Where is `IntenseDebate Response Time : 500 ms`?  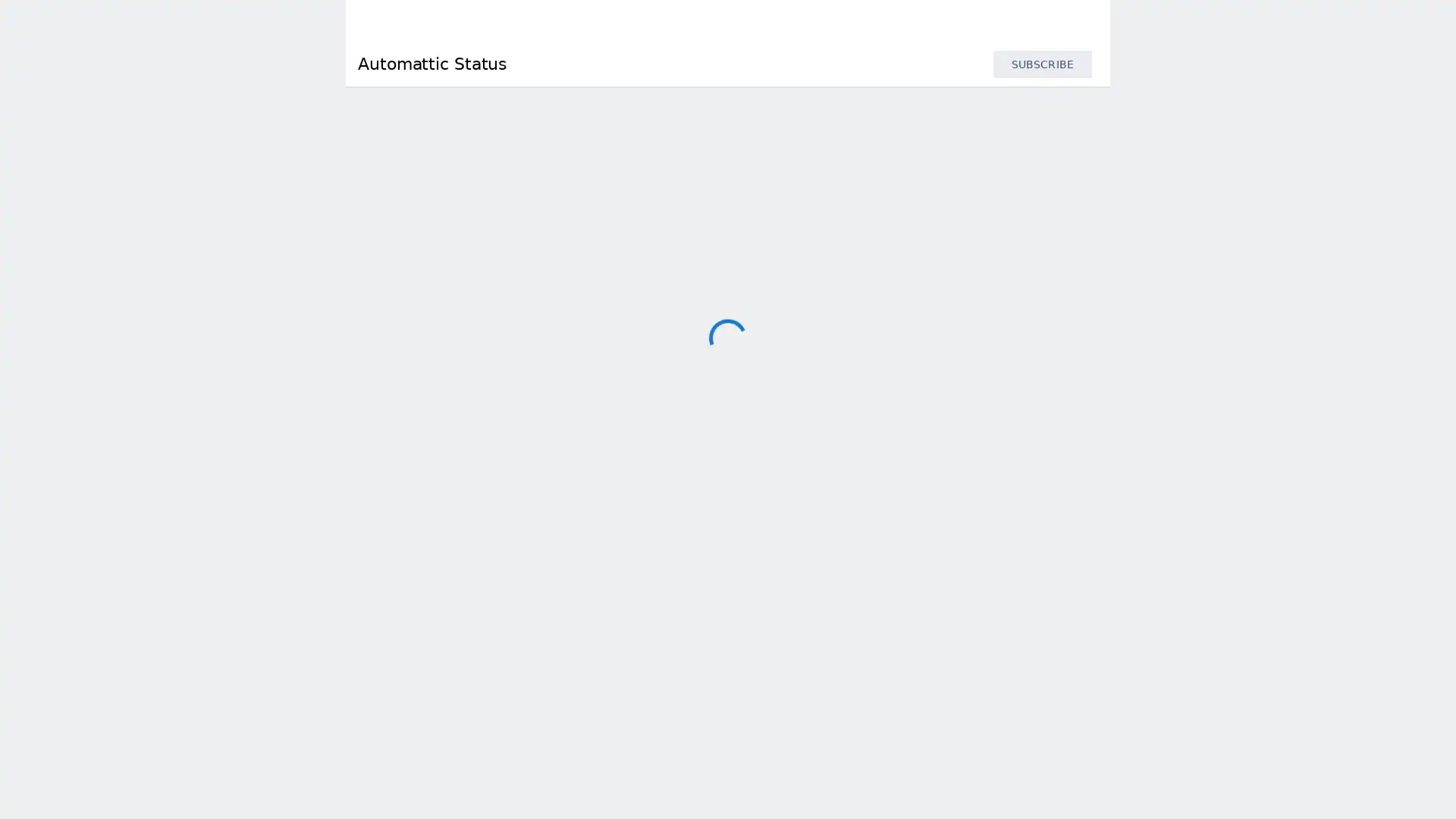
IntenseDebate Response Time : 500 ms is located at coordinates (635, 437).